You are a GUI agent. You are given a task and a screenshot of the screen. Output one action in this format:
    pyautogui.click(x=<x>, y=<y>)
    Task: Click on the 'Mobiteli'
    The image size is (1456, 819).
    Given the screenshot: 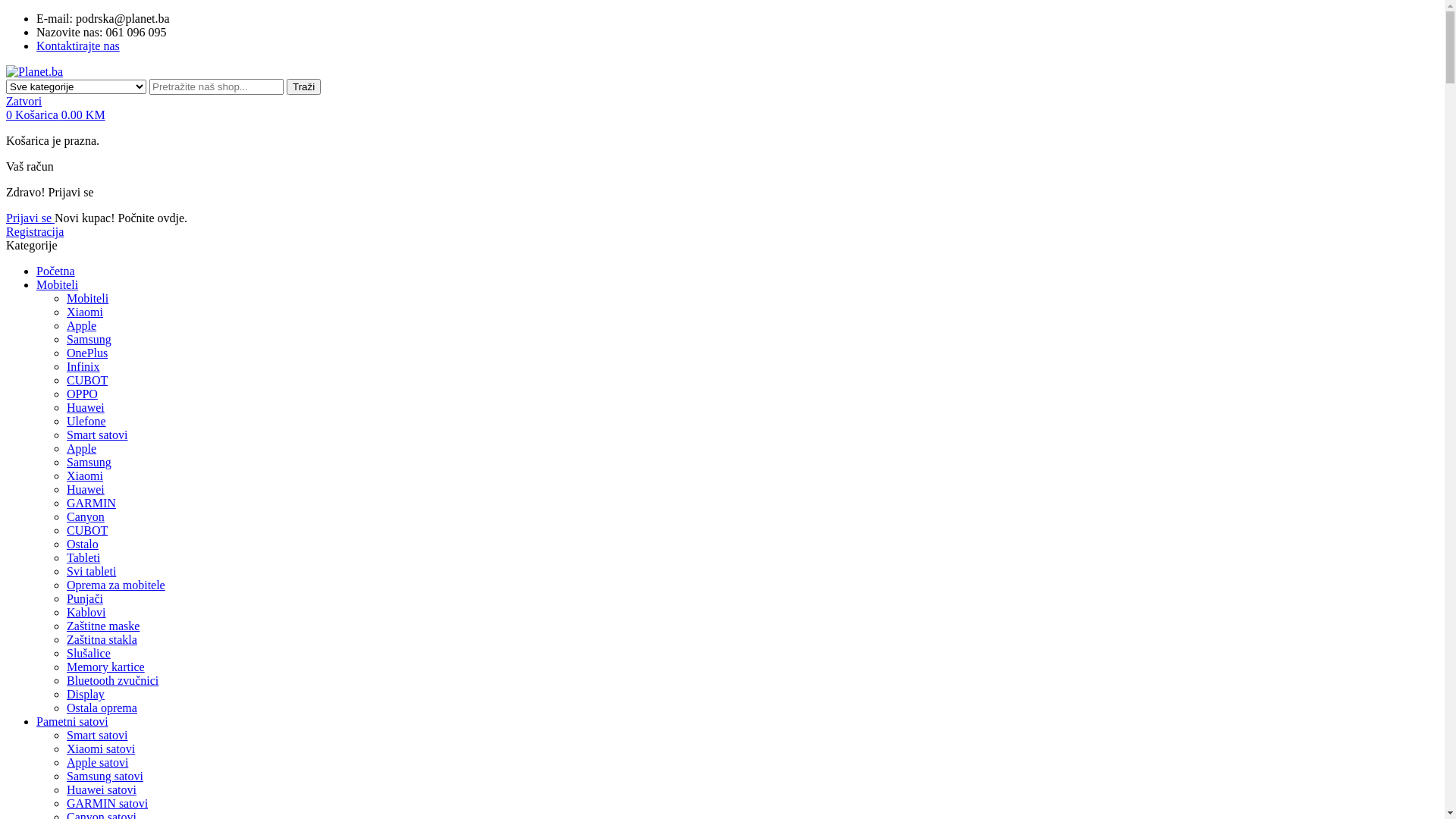 What is the action you would take?
    pyautogui.click(x=57, y=284)
    